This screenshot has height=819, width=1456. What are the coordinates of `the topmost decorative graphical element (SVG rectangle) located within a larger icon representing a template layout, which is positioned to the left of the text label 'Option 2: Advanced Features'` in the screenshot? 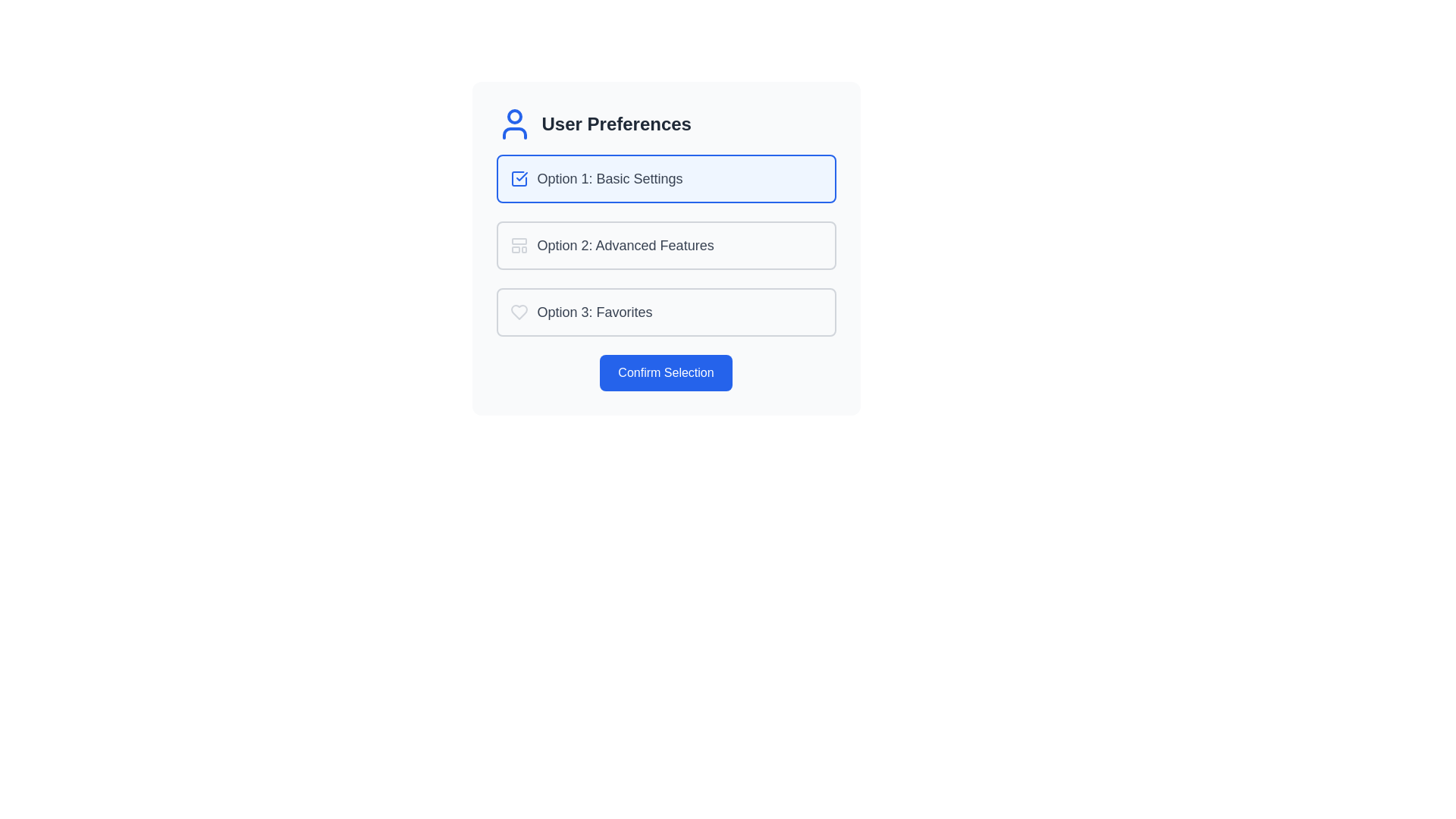 It's located at (519, 240).